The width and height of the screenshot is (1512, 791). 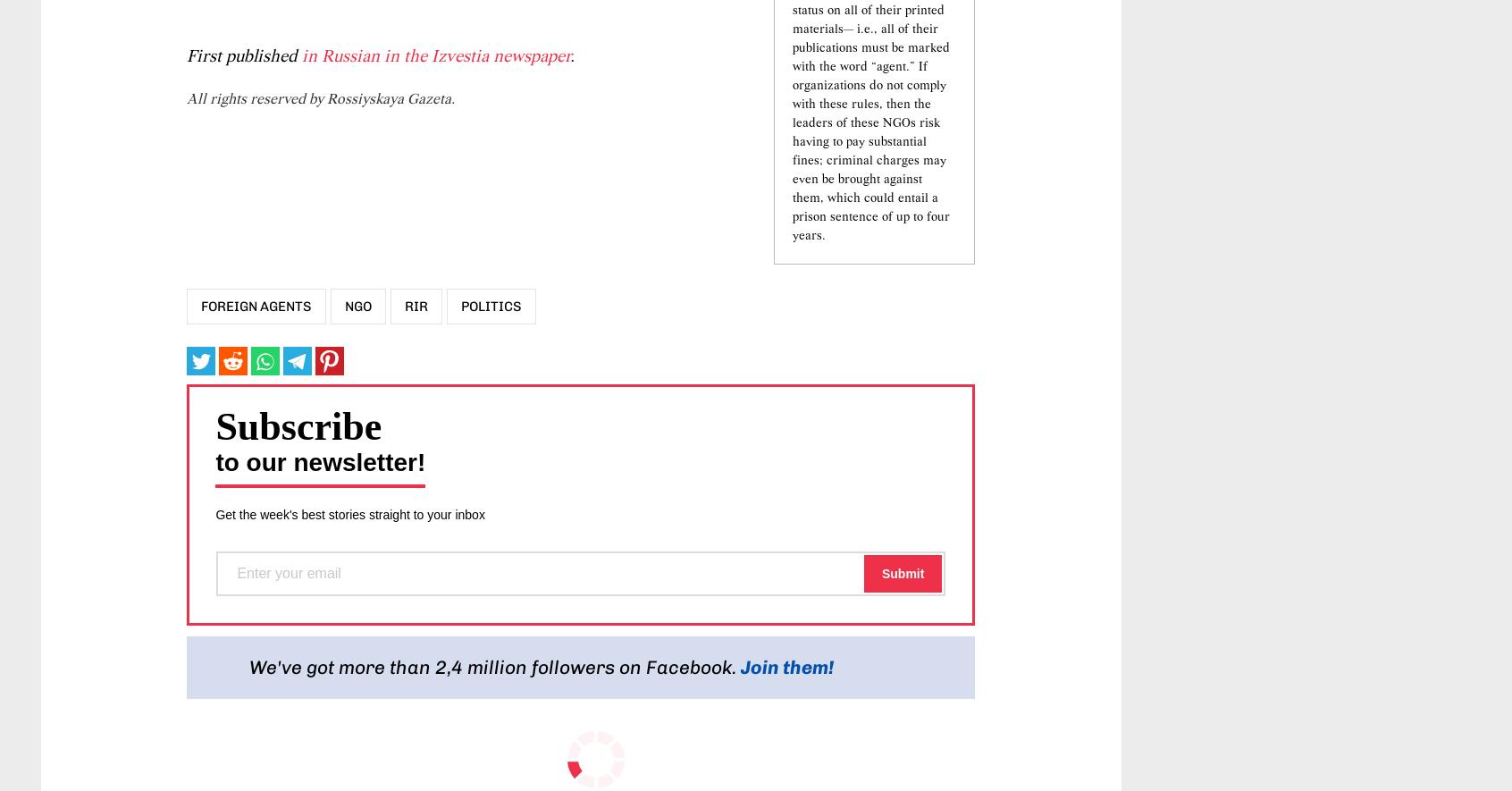 I want to click on 'Get the week's best stories straight to your inbox', so click(x=349, y=620).